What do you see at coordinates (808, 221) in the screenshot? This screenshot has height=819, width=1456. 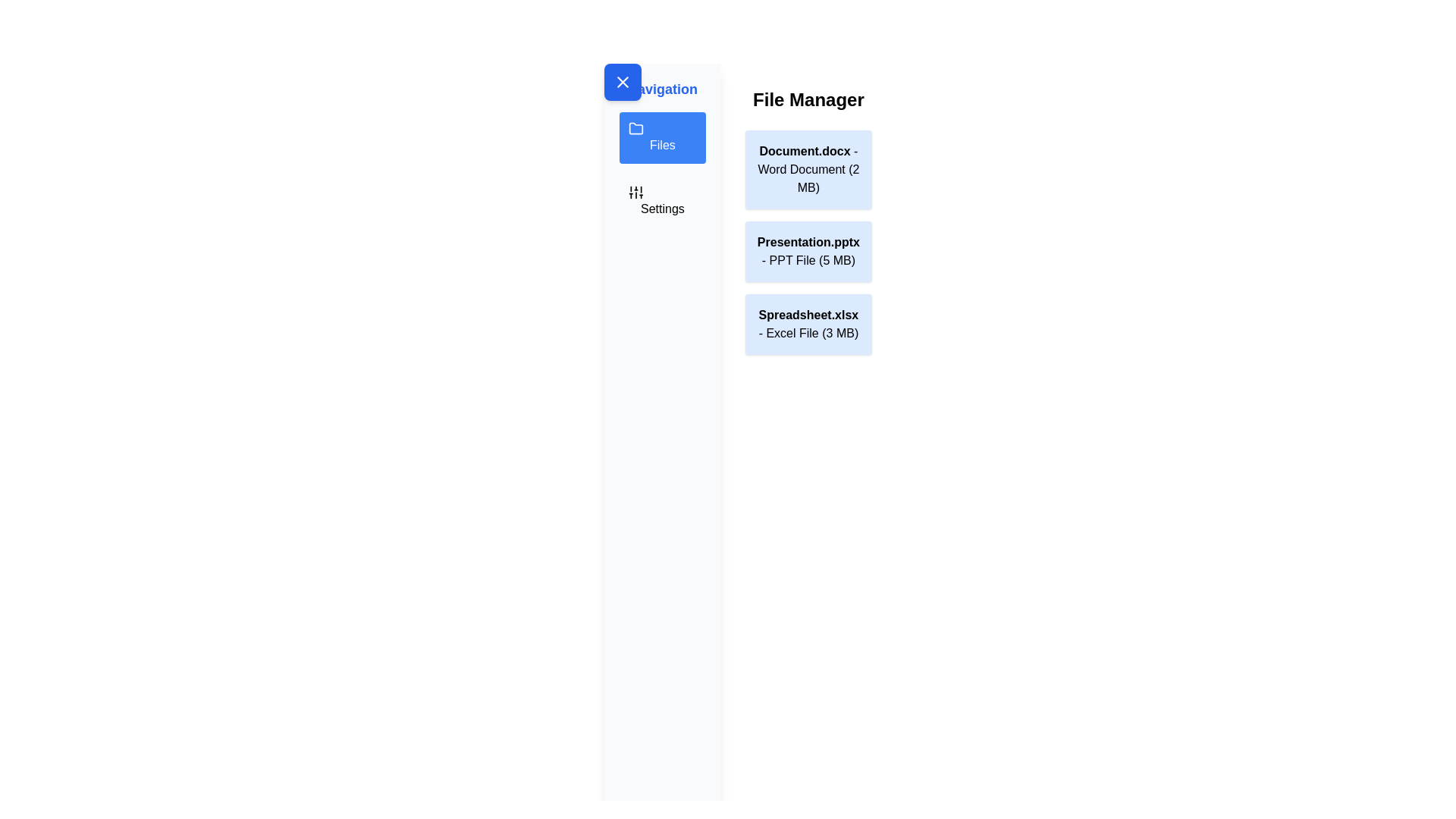 I see `the list item labeled 'Presentation.pptx - PPT File (5 MB)'` at bounding box center [808, 221].